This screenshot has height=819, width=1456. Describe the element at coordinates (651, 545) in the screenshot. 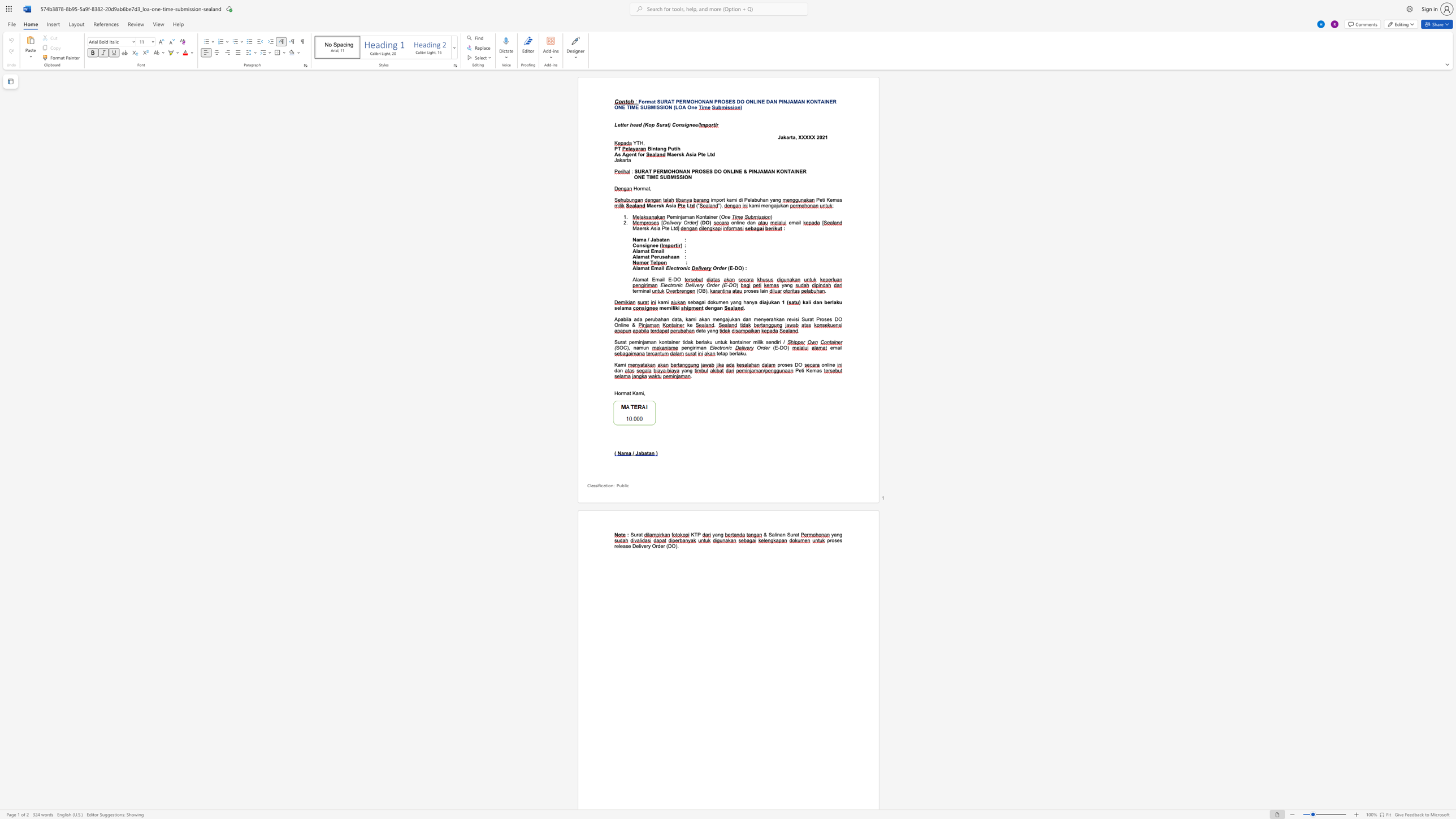

I see `the subset text "Order (DO" within the text "release Delivery Order (DO)"` at that location.